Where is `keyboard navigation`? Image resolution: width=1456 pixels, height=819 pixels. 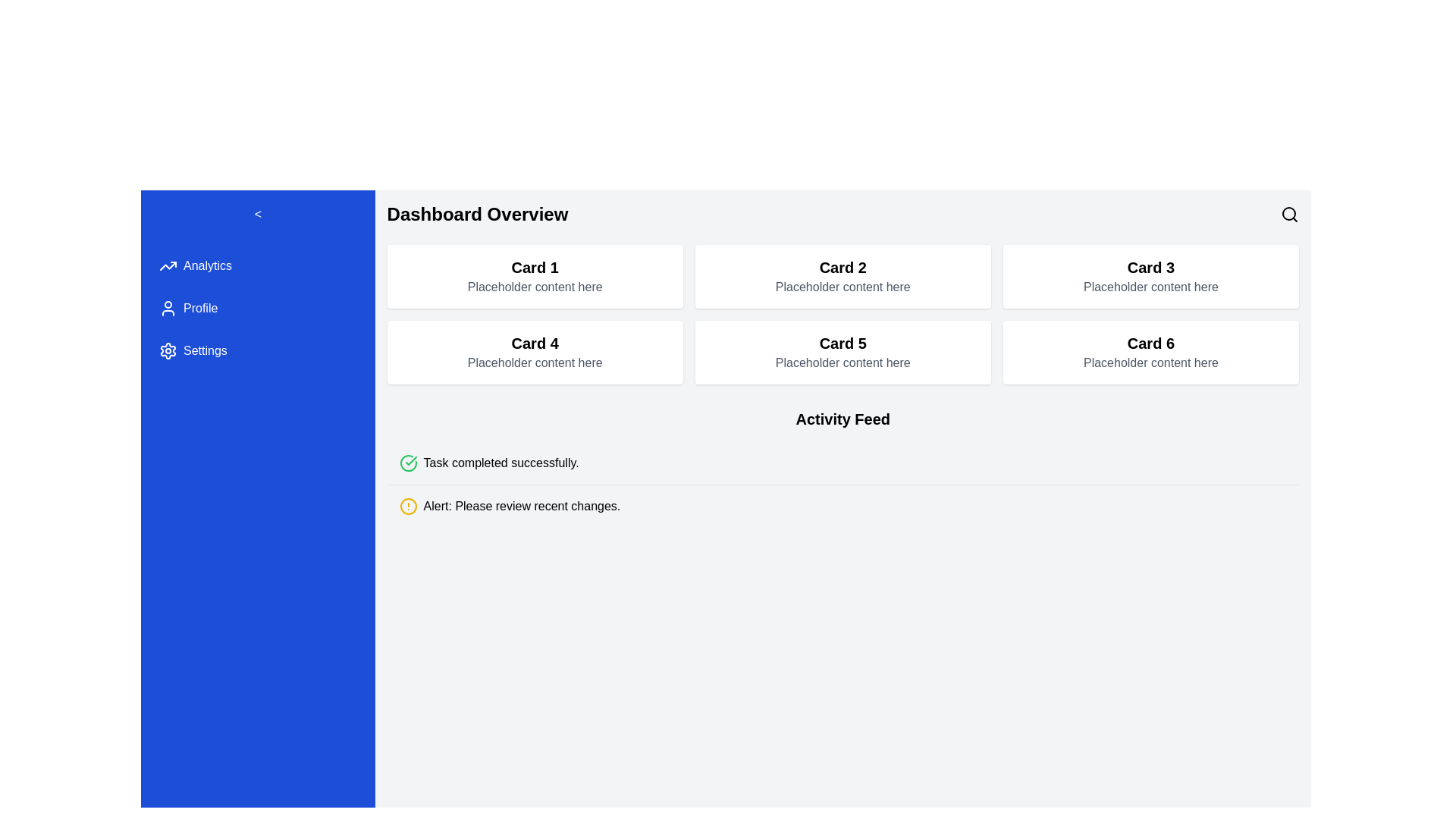
keyboard navigation is located at coordinates (204, 350).